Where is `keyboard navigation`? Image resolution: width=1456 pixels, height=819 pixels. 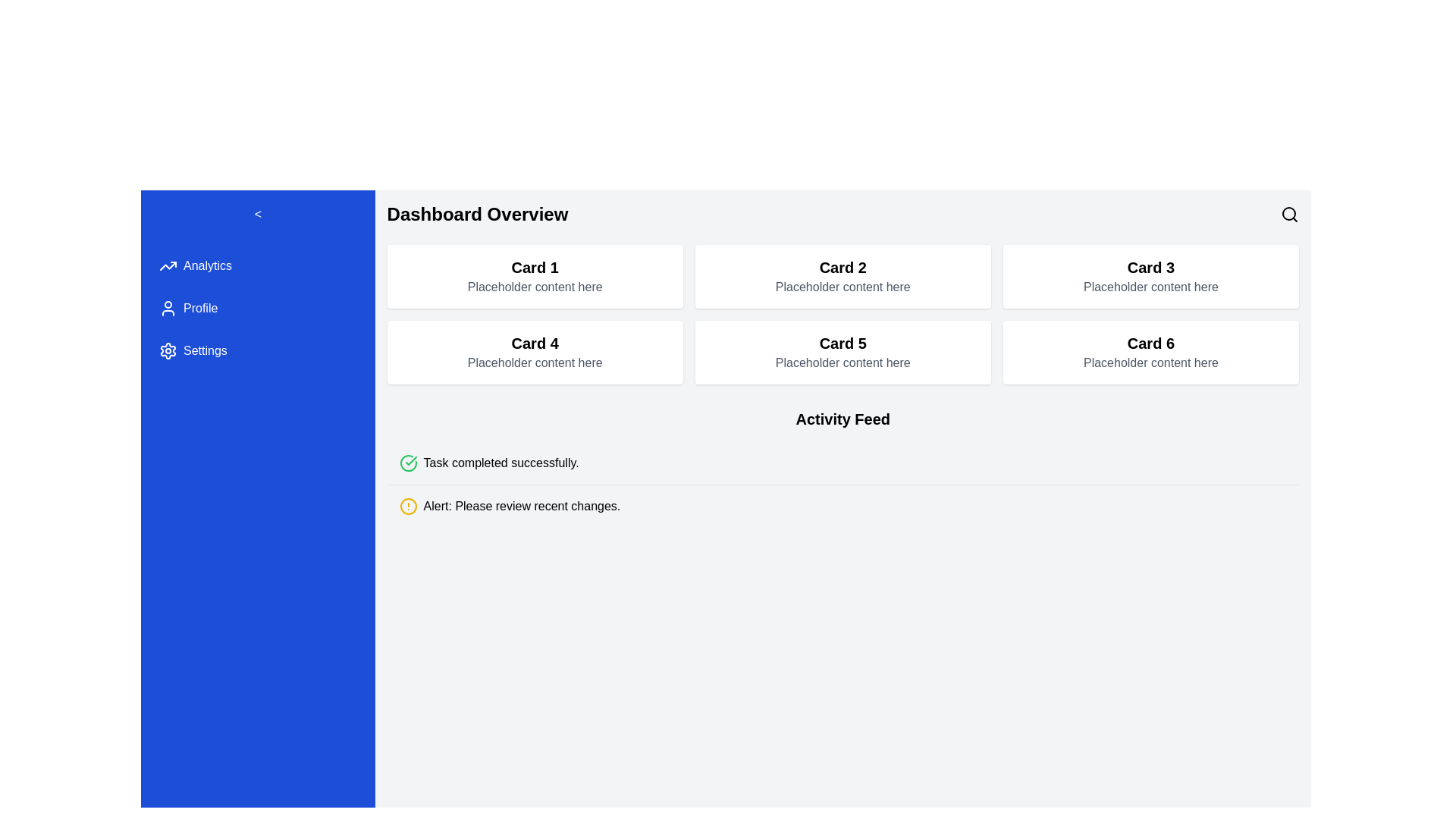
keyboard navigation is located at coordinates (204, 350).